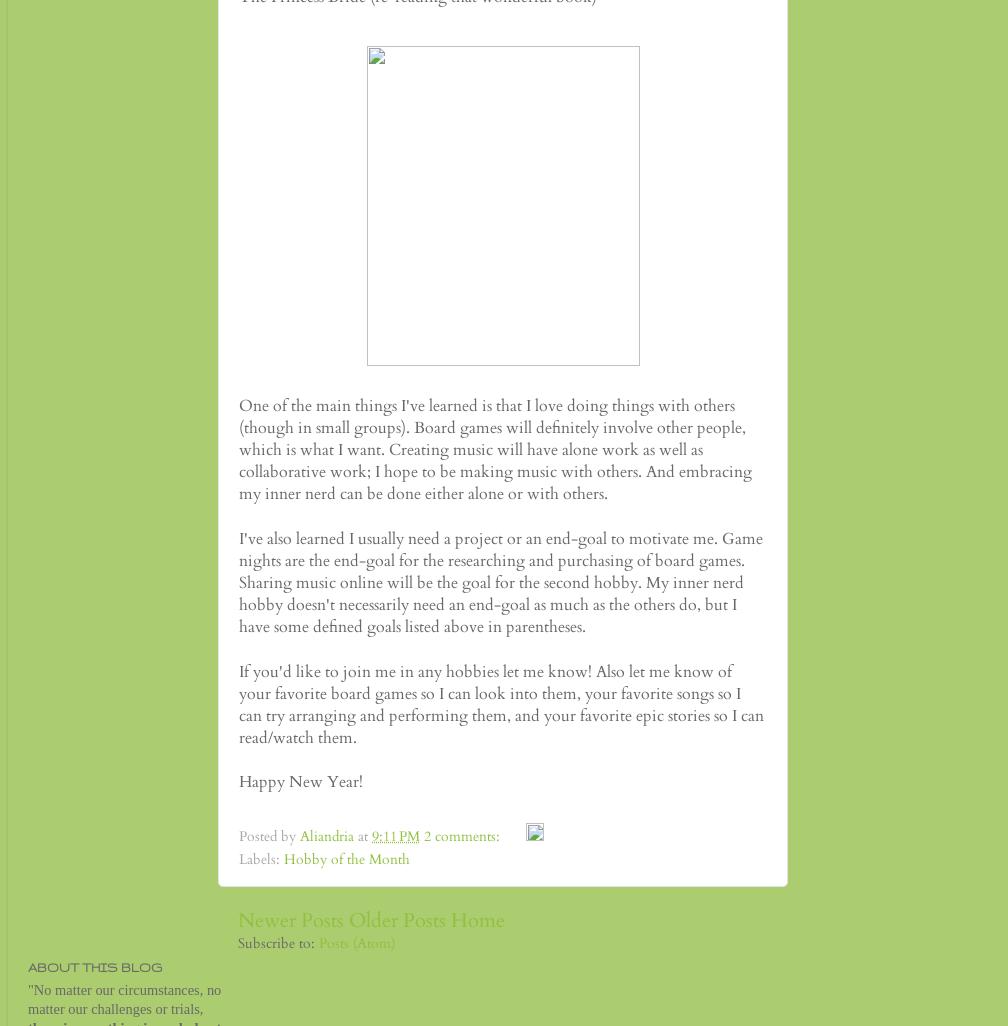 The height and width of the screenshot is (1026, 1008). I want to click on 'Aliandria', so click(299, 836).